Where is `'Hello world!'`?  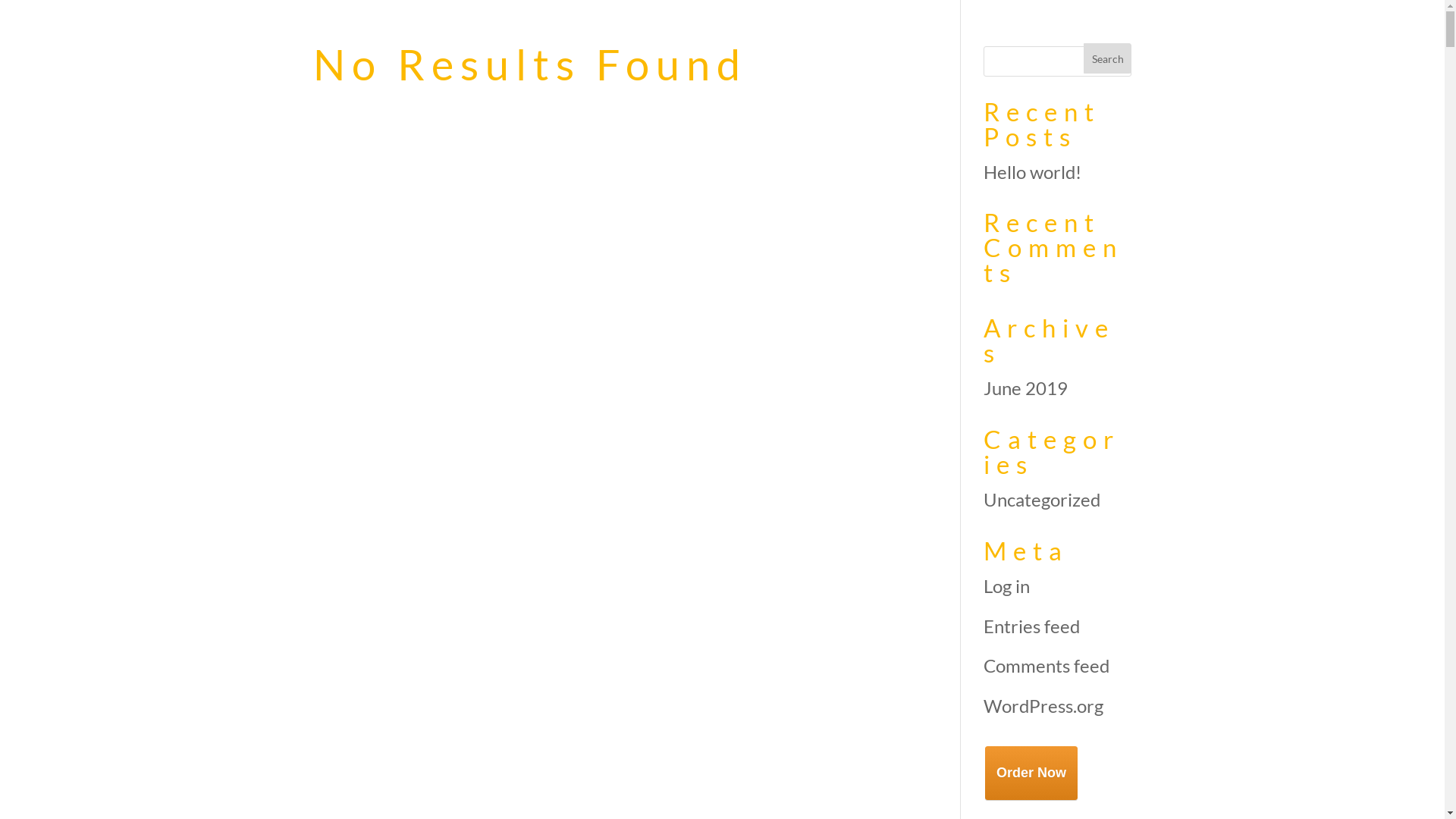
'Hello world!' is located at coordinates (1031, 171).